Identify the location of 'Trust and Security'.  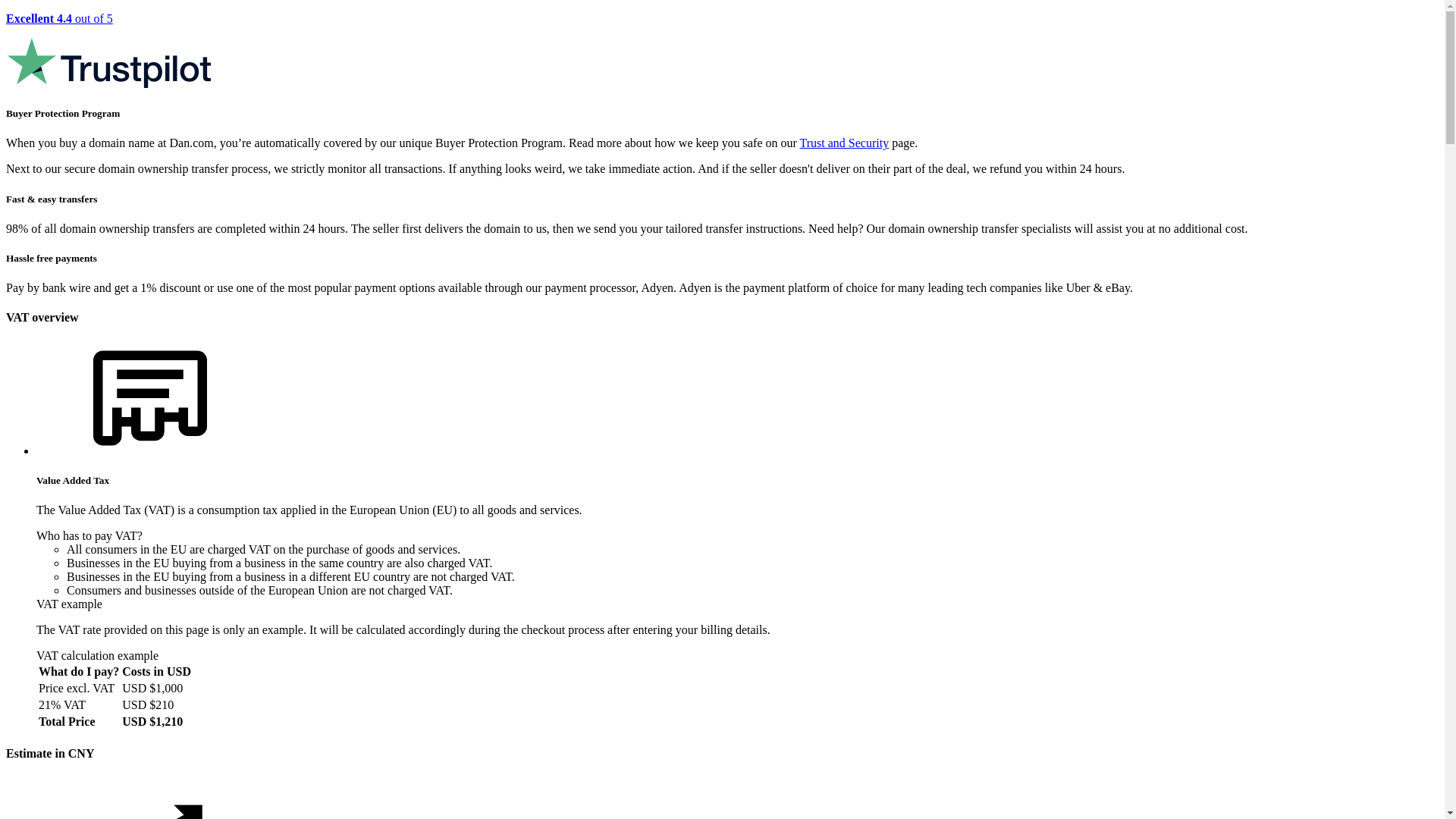
(843, 143).